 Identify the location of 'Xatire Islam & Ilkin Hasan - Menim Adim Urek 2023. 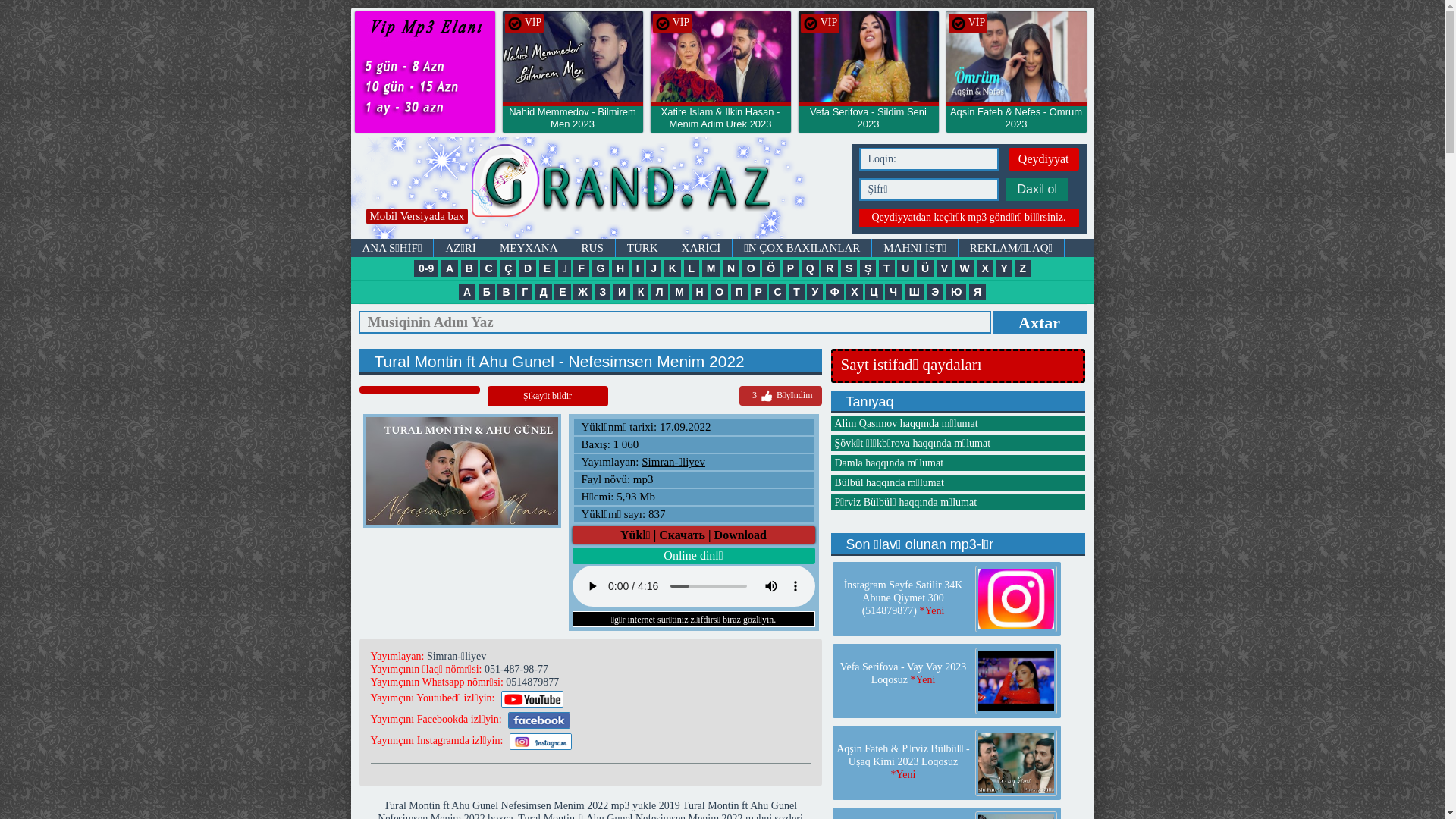
(720, 124).